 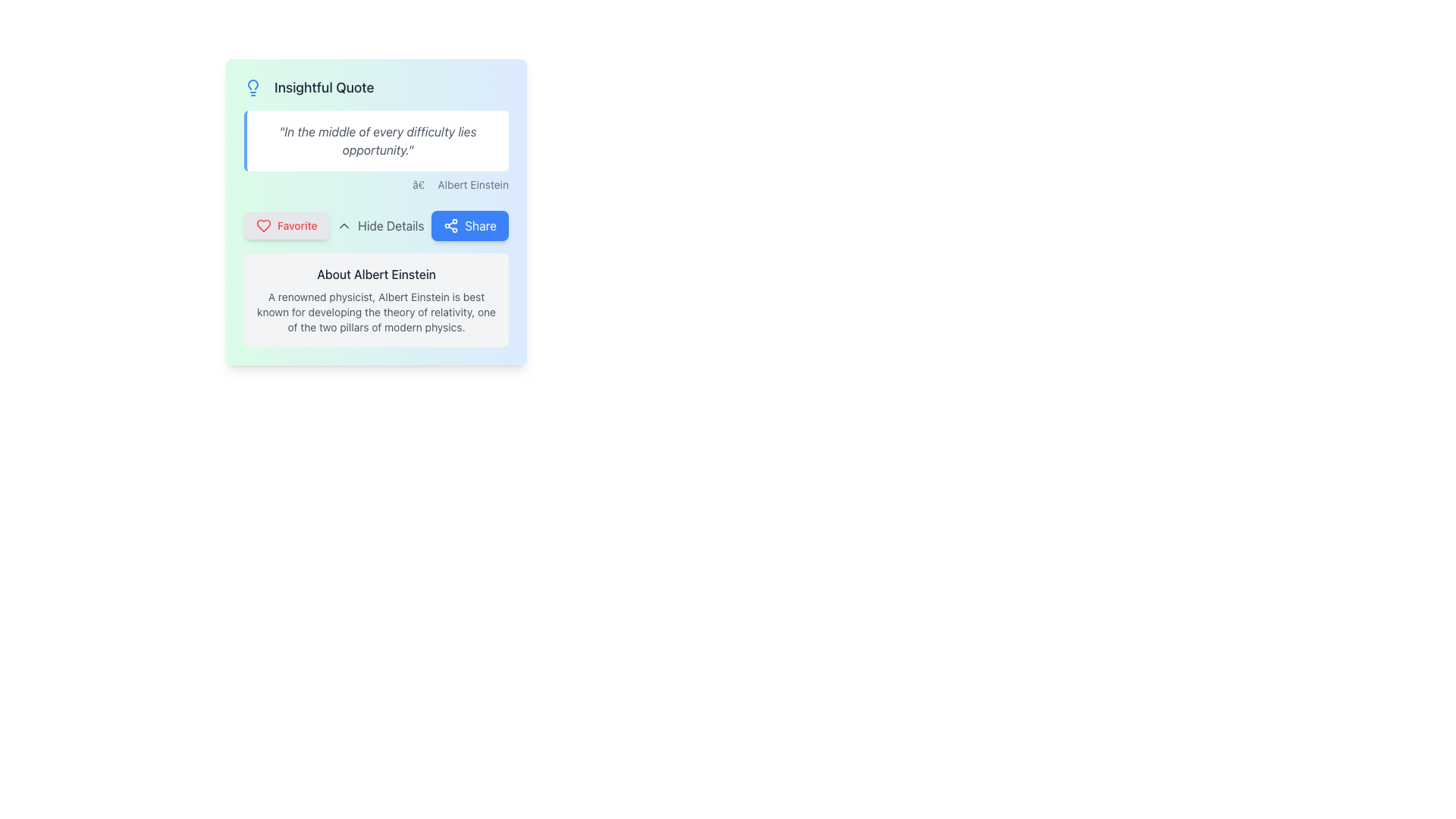 I want to click on the heart icon, which is a minimalist vector representation with a hollow interior located in the 'Favorite' button area beneath the 'Insightful Quote' label, so click(x=263, y=225).